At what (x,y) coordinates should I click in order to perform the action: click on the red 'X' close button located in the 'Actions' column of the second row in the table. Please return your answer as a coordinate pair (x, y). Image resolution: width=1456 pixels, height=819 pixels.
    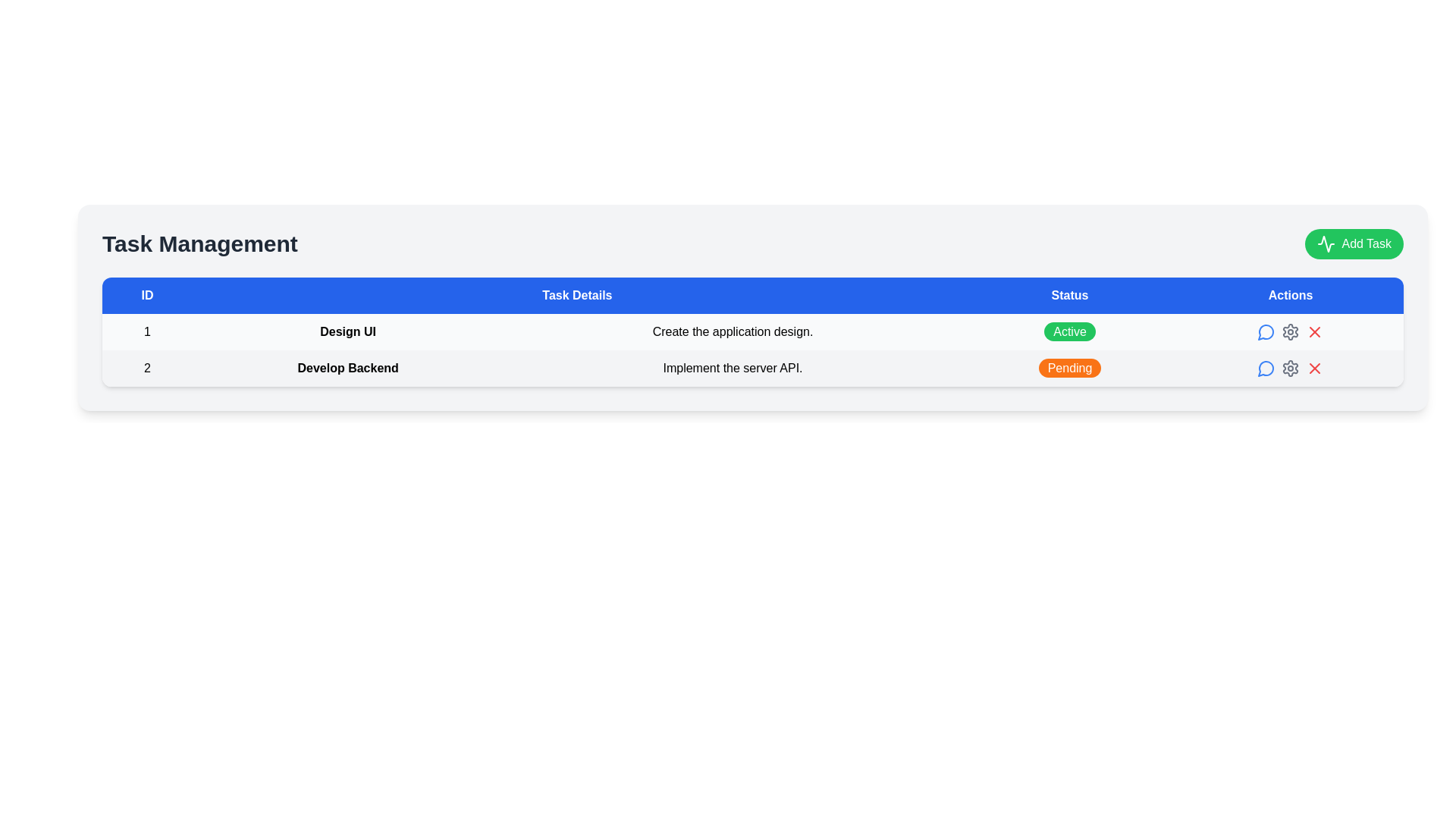
    Looking at the image, I should click on (1314, 331).